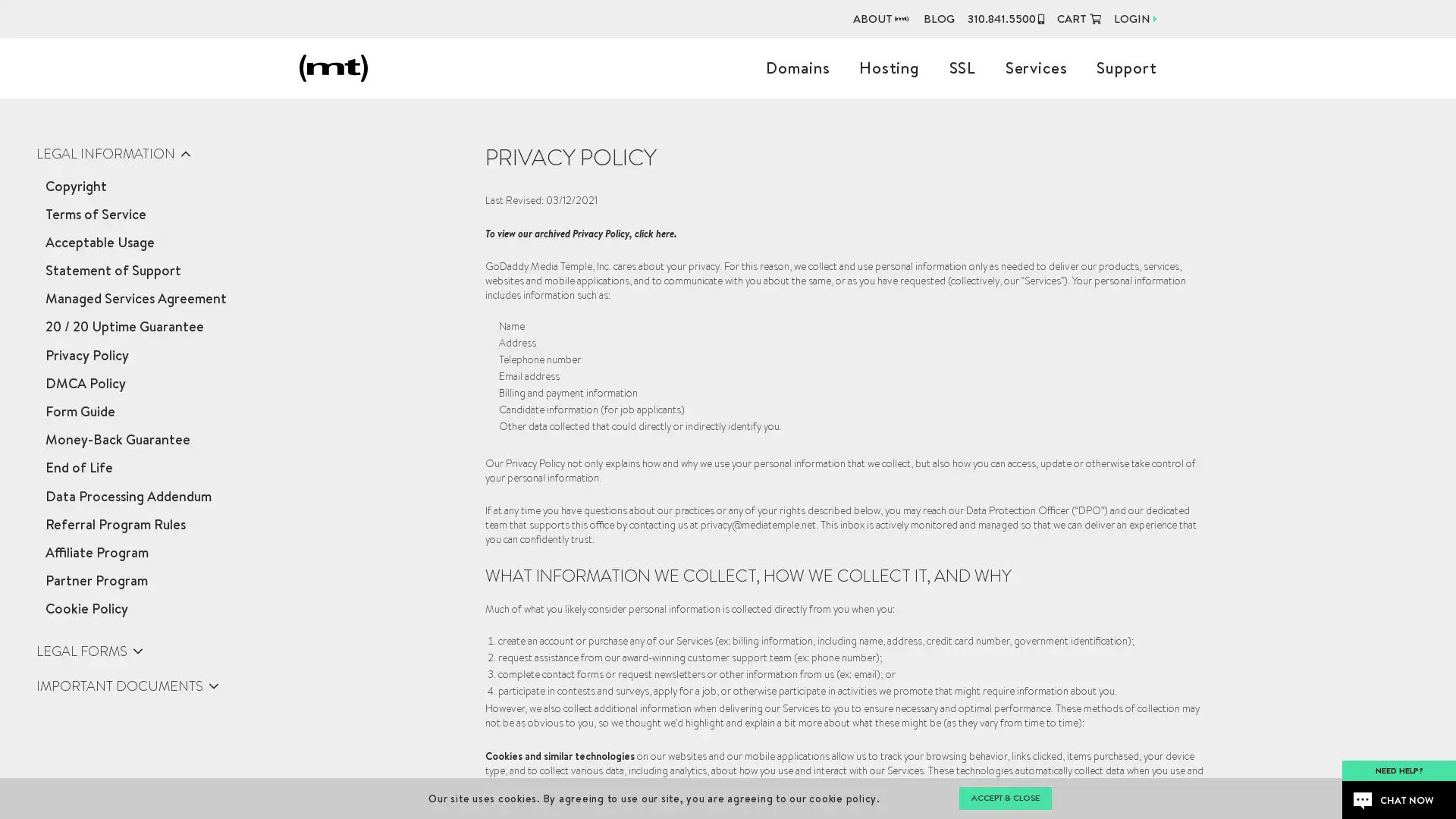 The image size is (1456, 819). Describe the element at coordinates (1004, 798) in the screenshot. I see `ACCEPT & CLOSE` at that location.